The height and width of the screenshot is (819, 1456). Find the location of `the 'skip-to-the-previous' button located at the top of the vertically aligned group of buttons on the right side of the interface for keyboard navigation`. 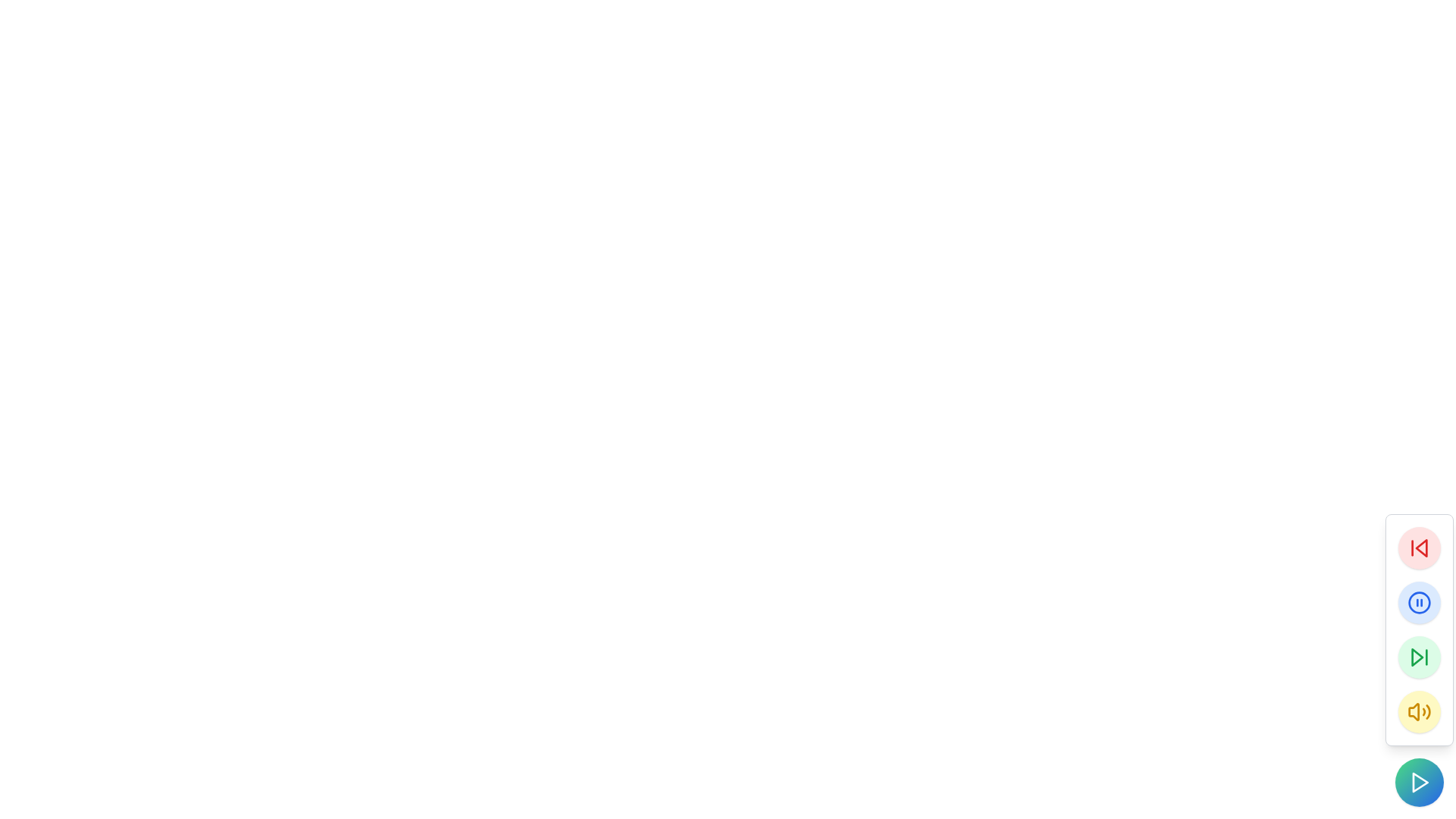

the 'skip-to-the-previous' button located at the top of the vertically aligned group of buttons on the right side of the interface for keyboard navigation is located at coordinates (1419, 548).